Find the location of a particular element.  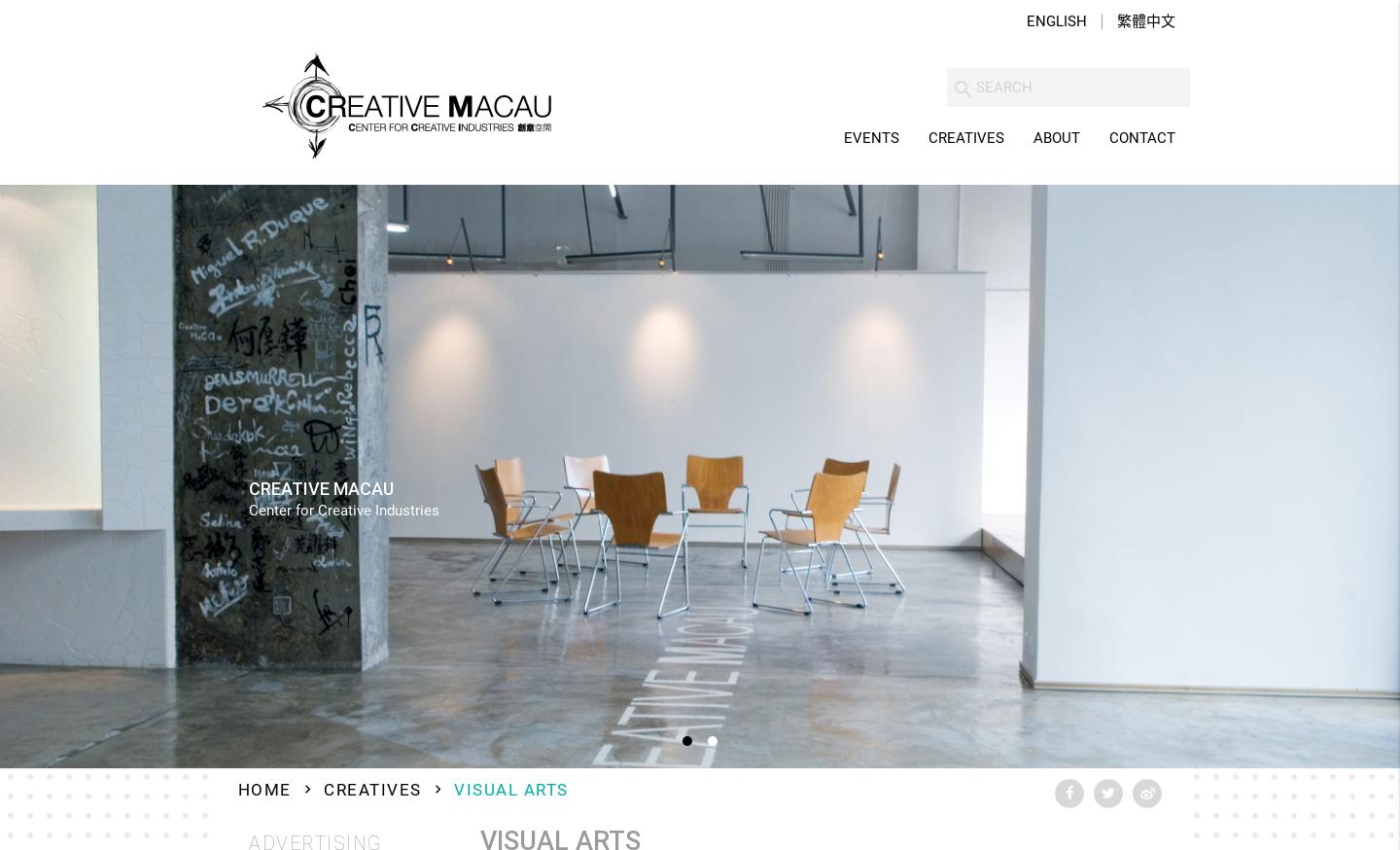

'Center for Creative Industries' is located at coordinates (343, 511).